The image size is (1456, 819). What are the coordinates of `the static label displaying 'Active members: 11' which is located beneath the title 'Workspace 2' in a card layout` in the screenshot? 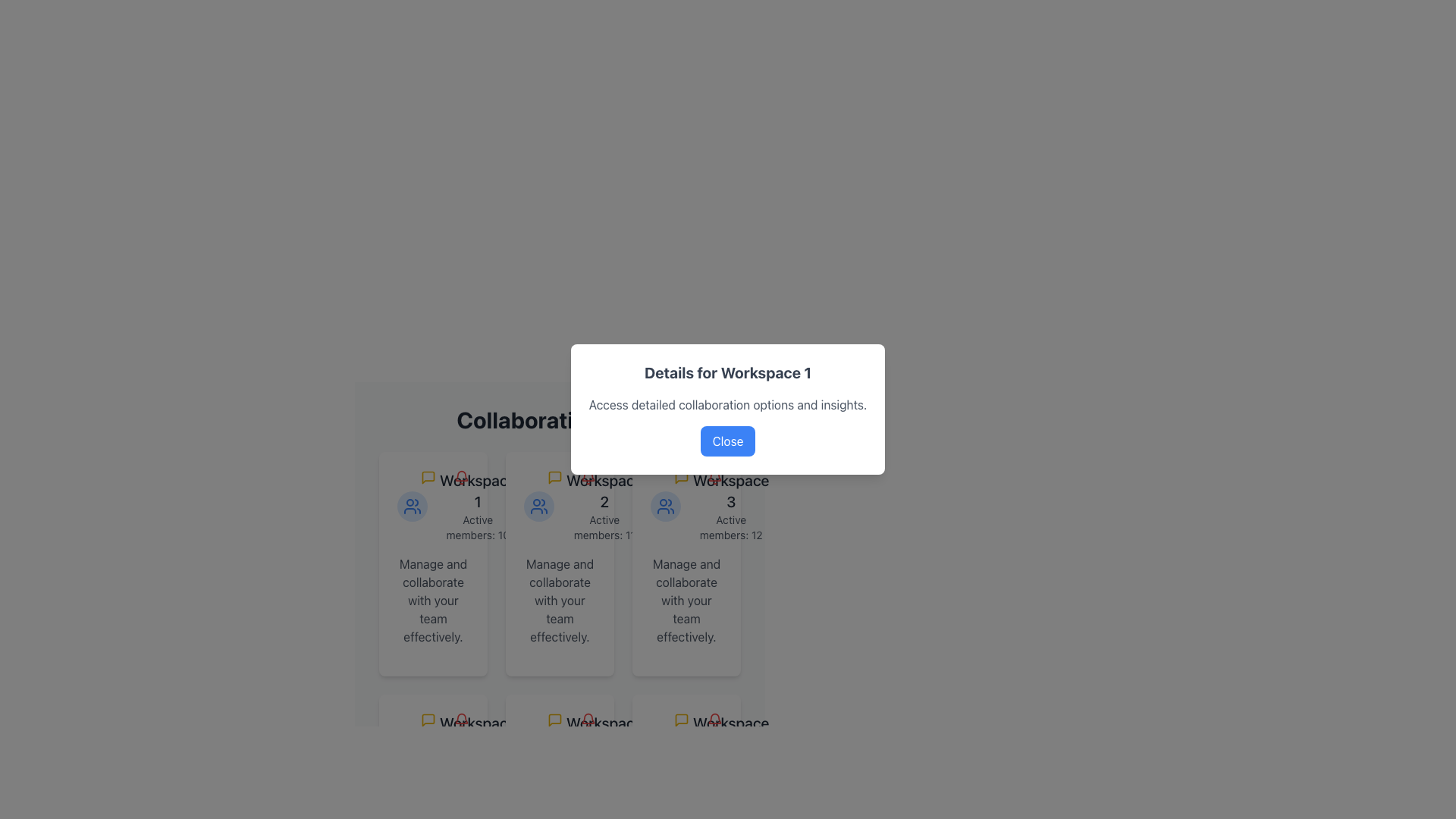 It's located at (604, 526).